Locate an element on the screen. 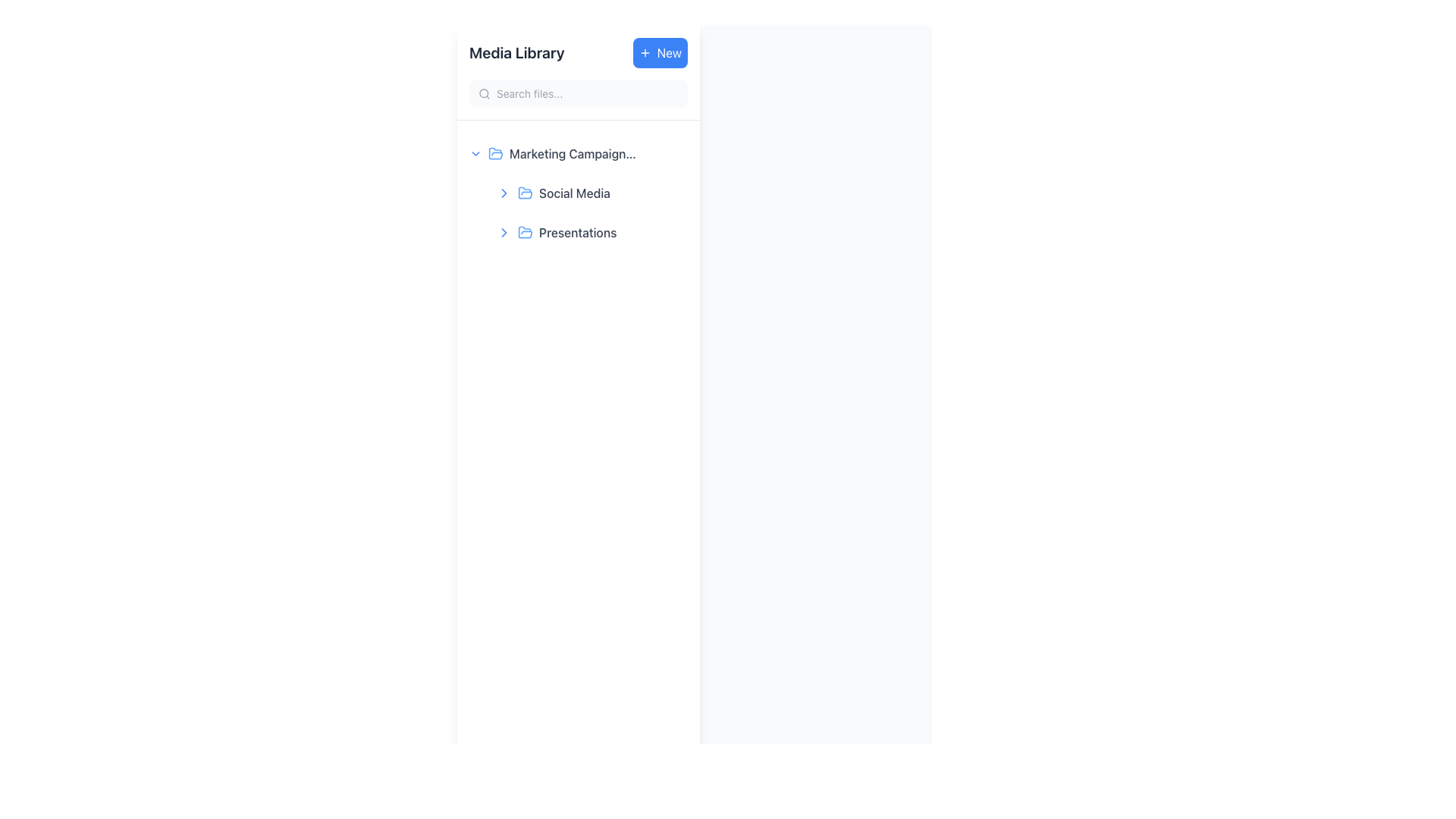 This screenshot has height=819, width=1456. the SVG icon representing the 'New' button functionality is located at coordinates (645, 52).